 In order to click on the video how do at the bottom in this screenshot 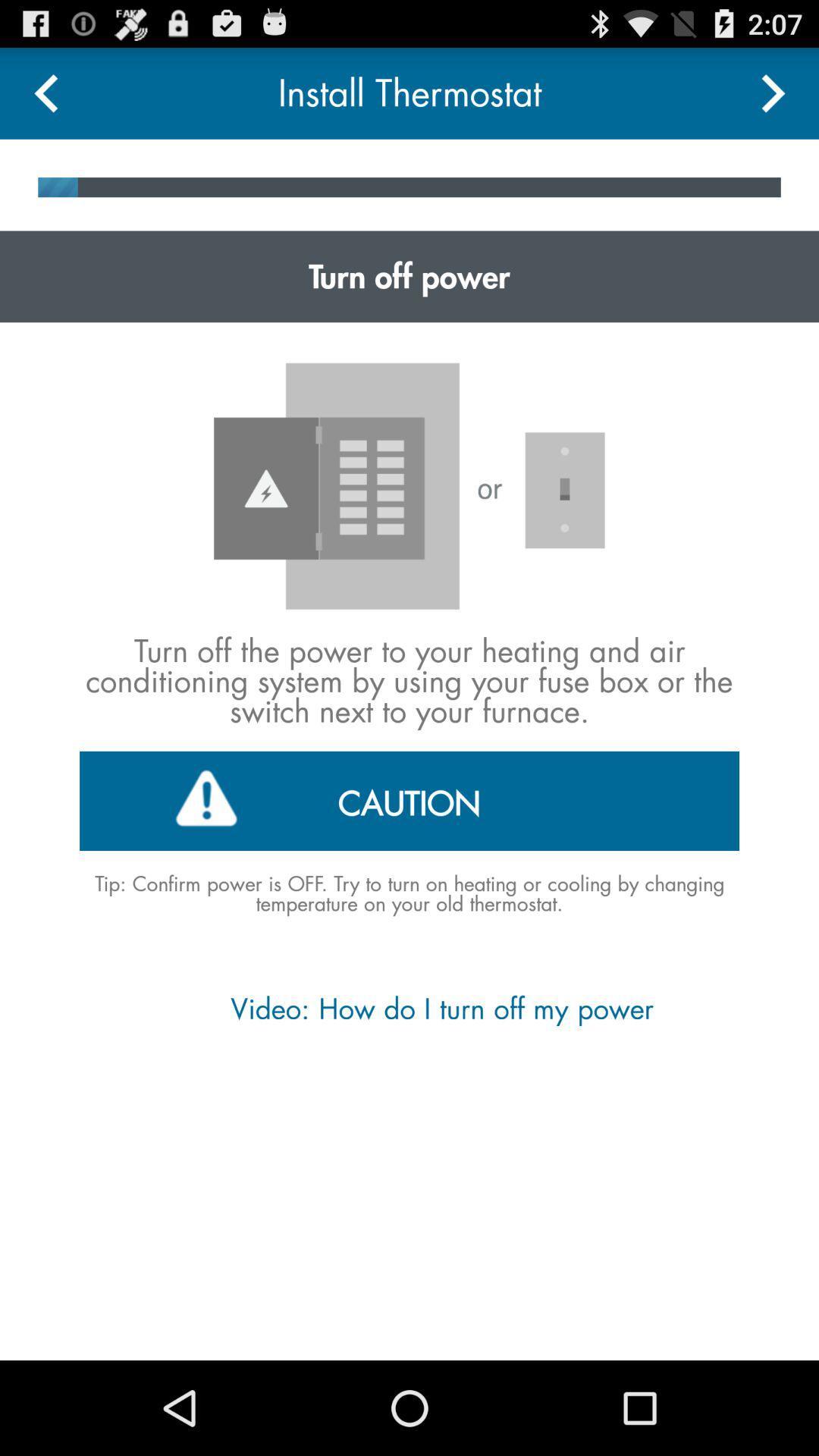, I will do `click(408, 1009)`.